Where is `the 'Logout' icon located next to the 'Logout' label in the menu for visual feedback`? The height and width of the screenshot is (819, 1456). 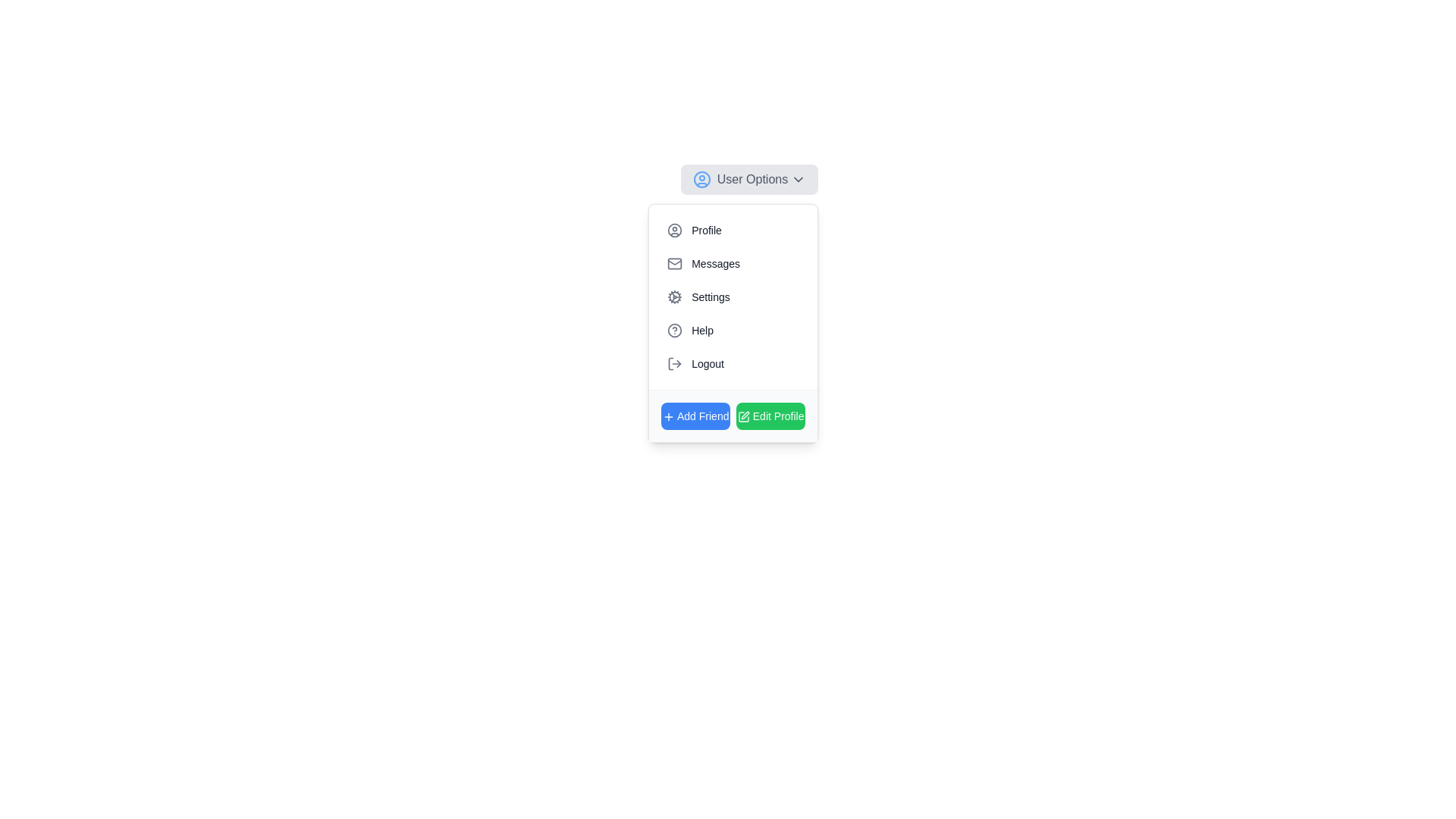 the 'Logout' icon located next to the 'Logout' label in the menu for visual feedback is located at coordinates (674, 363).